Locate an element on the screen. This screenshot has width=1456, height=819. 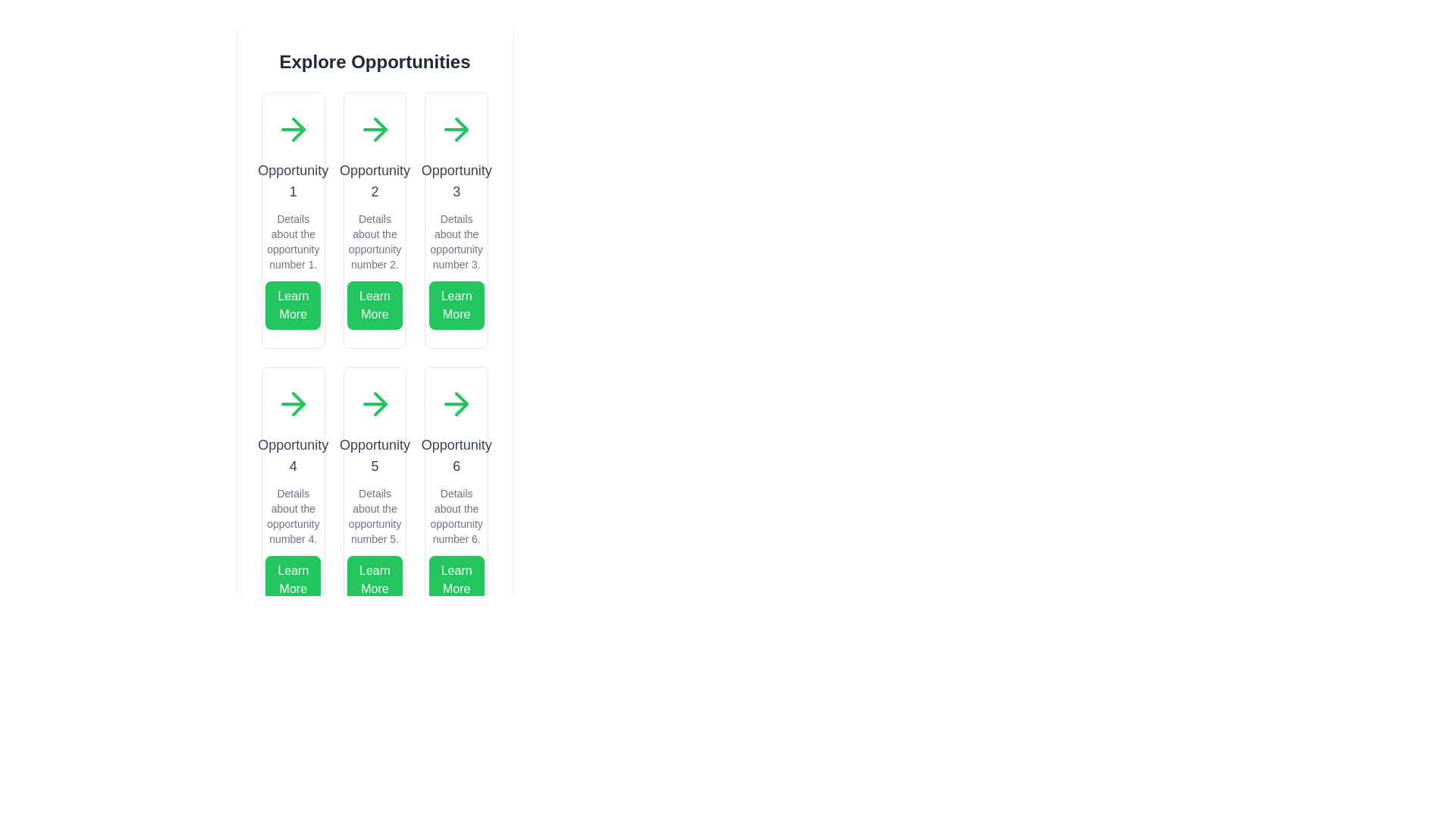
the forward navigation arrow icon located in the center of the fifth opportunity card, which is positioned above the text 'Opportunity 5' is located at coordinates (380, 403).